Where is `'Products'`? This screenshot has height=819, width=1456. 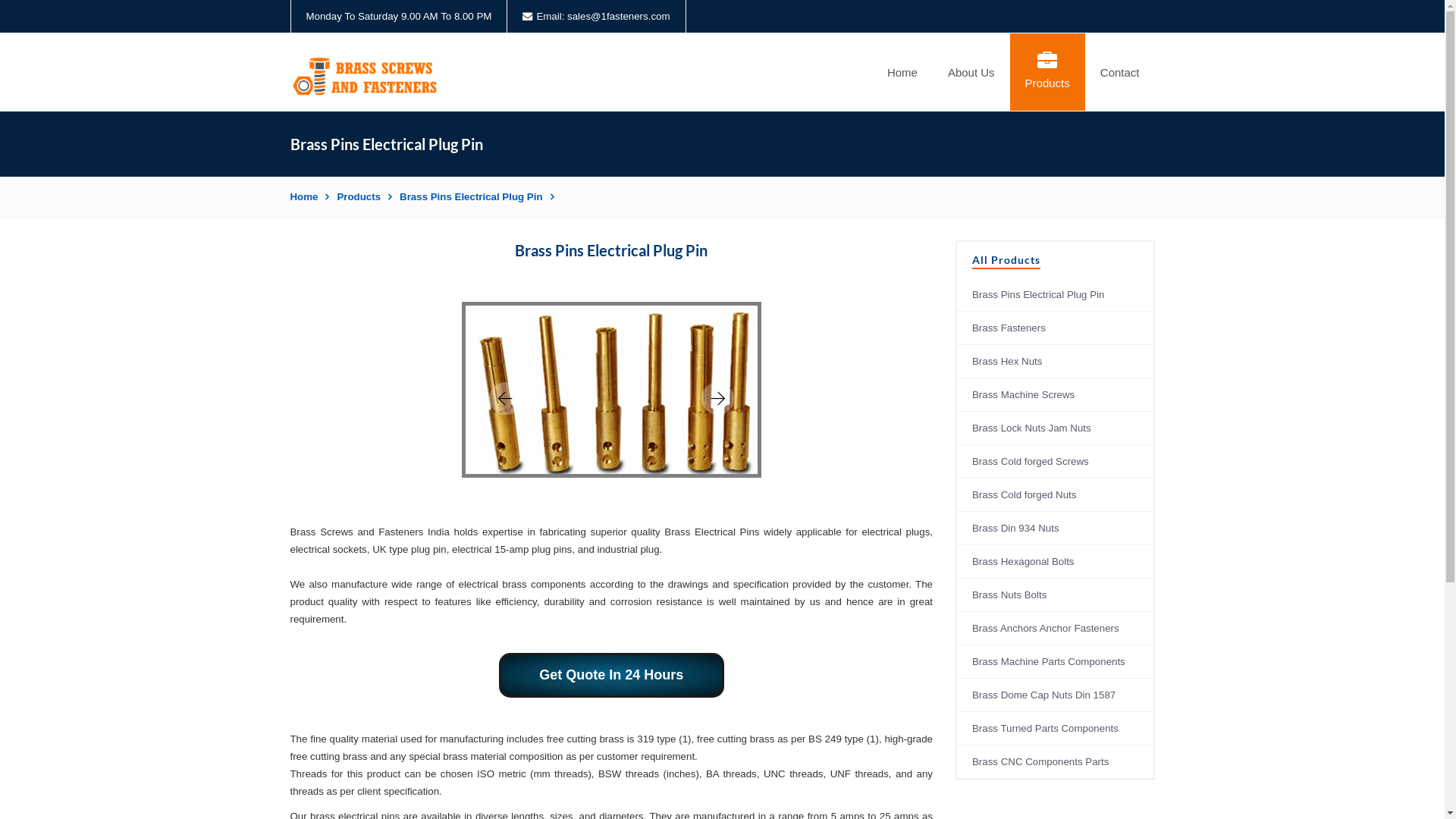
'Products' is located at coordinates (1046, 72).